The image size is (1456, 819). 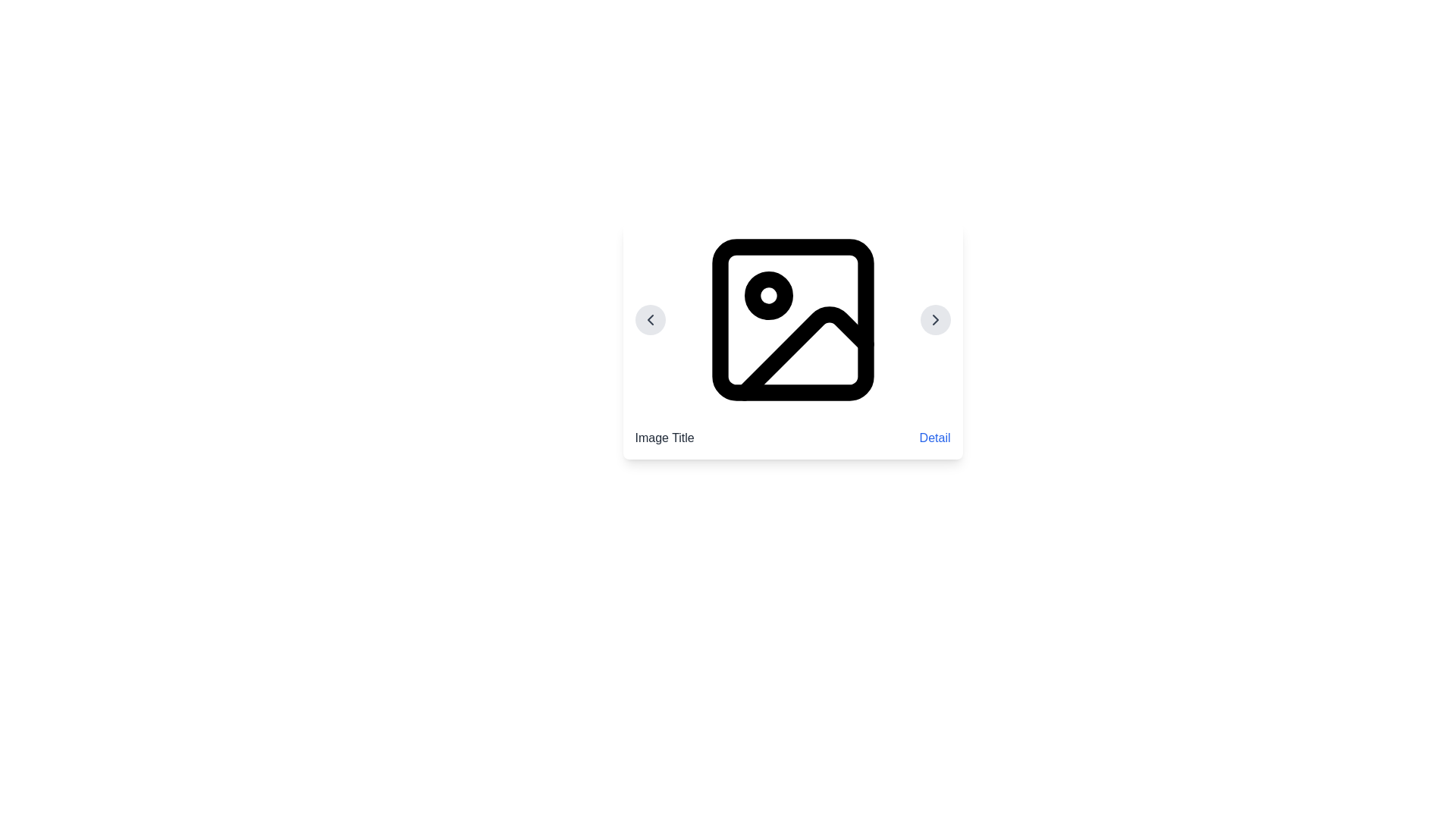 I want to click on the left-facing chevron arrow icon, so click(x=650, y=318).